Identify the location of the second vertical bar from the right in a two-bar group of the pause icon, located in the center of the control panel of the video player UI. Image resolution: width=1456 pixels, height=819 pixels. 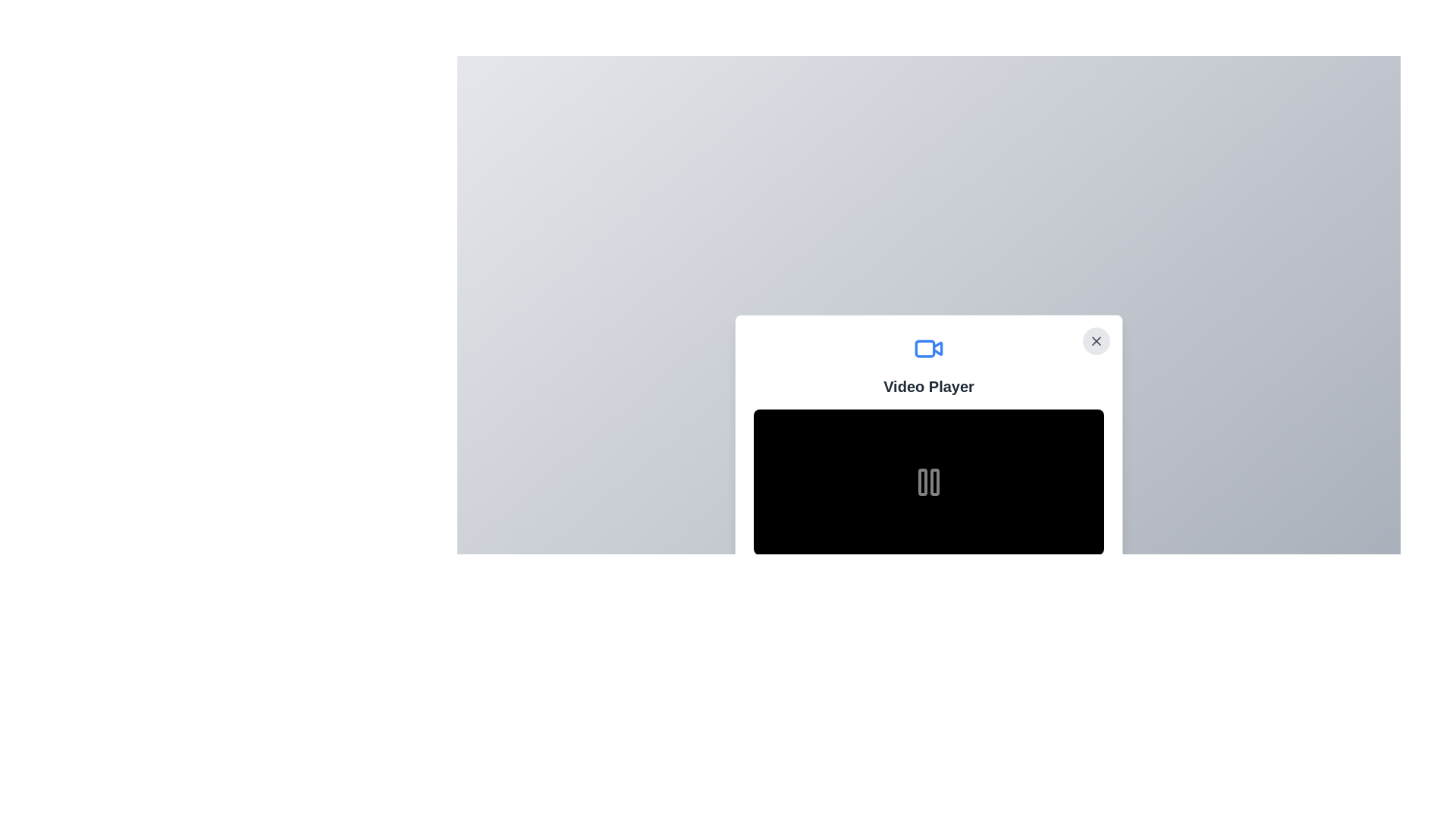
(934, 482).